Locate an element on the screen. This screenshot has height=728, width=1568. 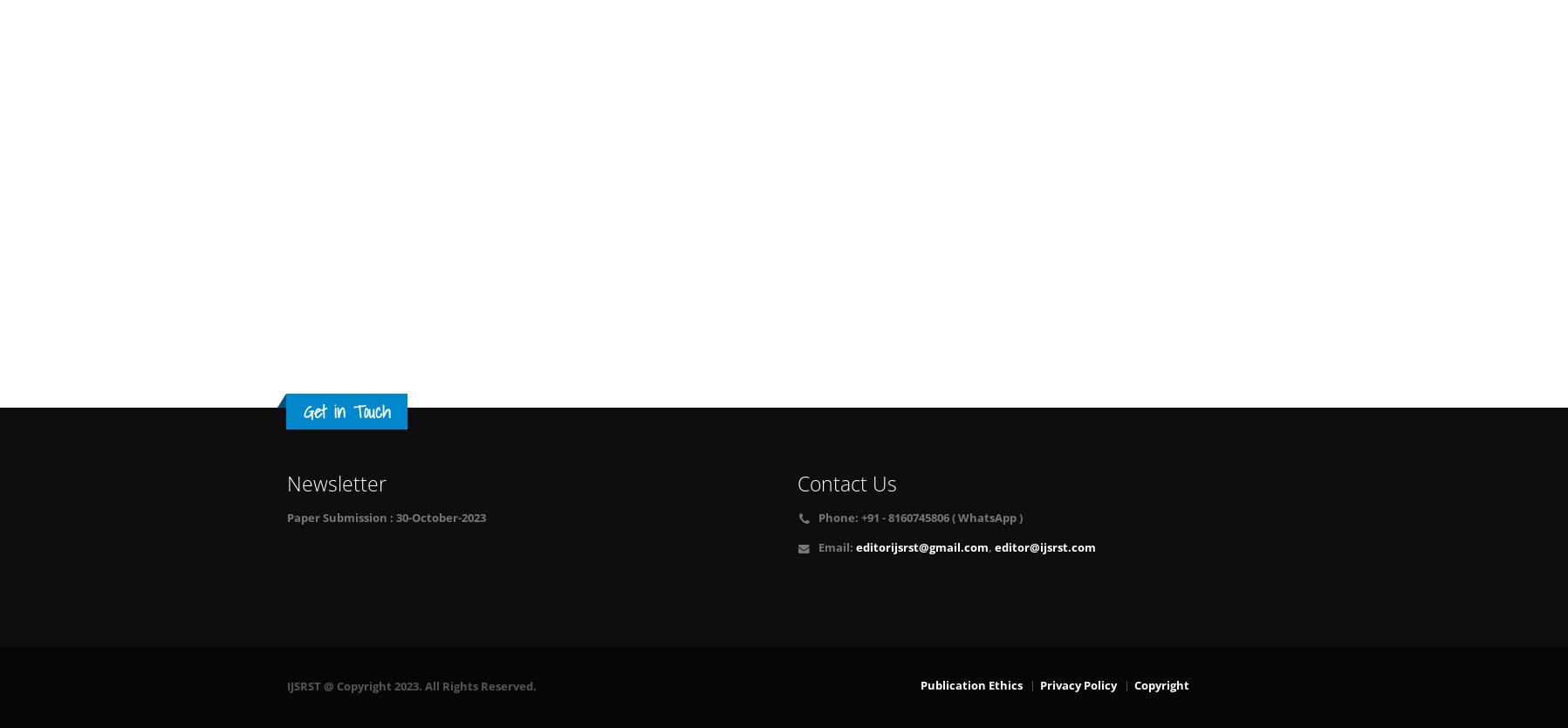
'Copyright' is located at coordinates (1161, 684).